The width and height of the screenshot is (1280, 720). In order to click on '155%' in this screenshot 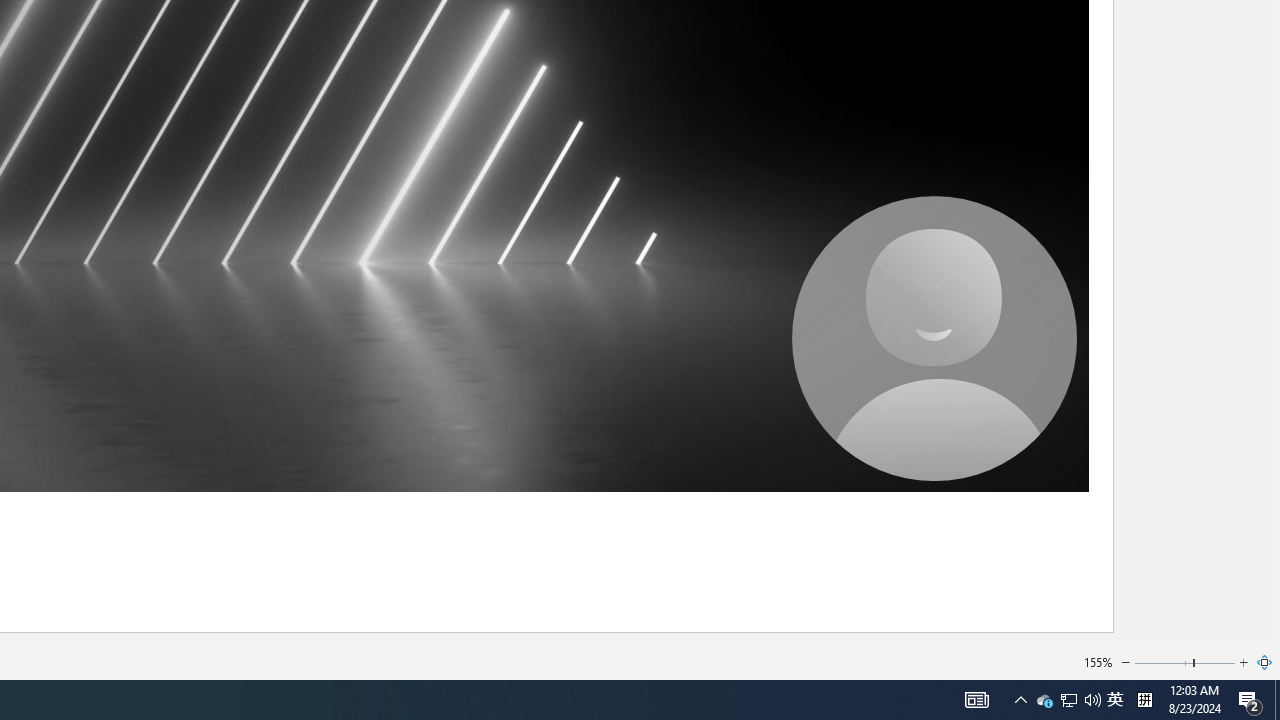, I will do `click(1097, 662)`.